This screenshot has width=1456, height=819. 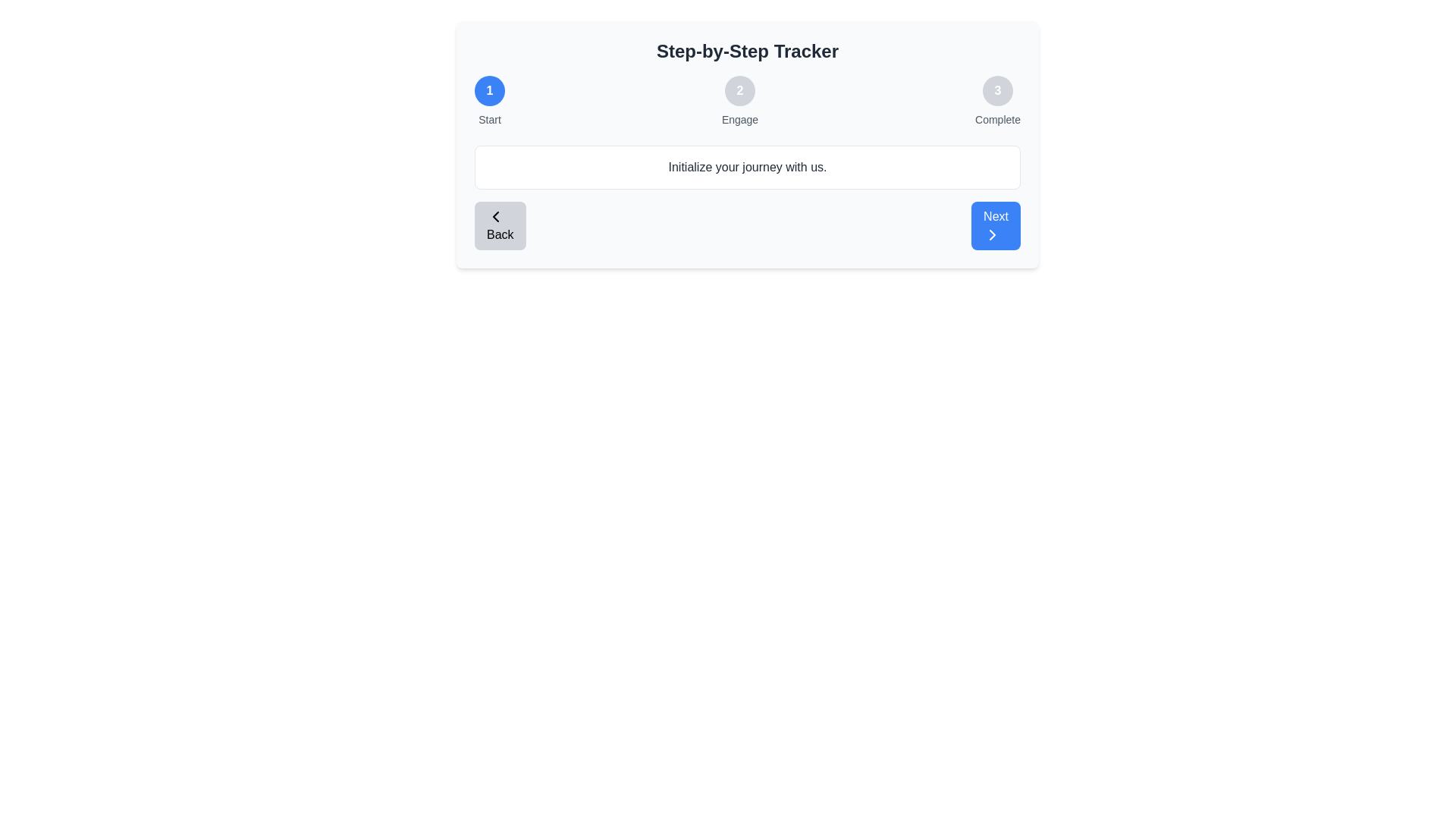 What do you see at coordinates (490, 102) in the screenshot?
I see `the leftmost step in the Step-by-Step Tracker, which is a blue badge with the numeral '1' and the label 'Start' below it` at bounding box center [490, 102].